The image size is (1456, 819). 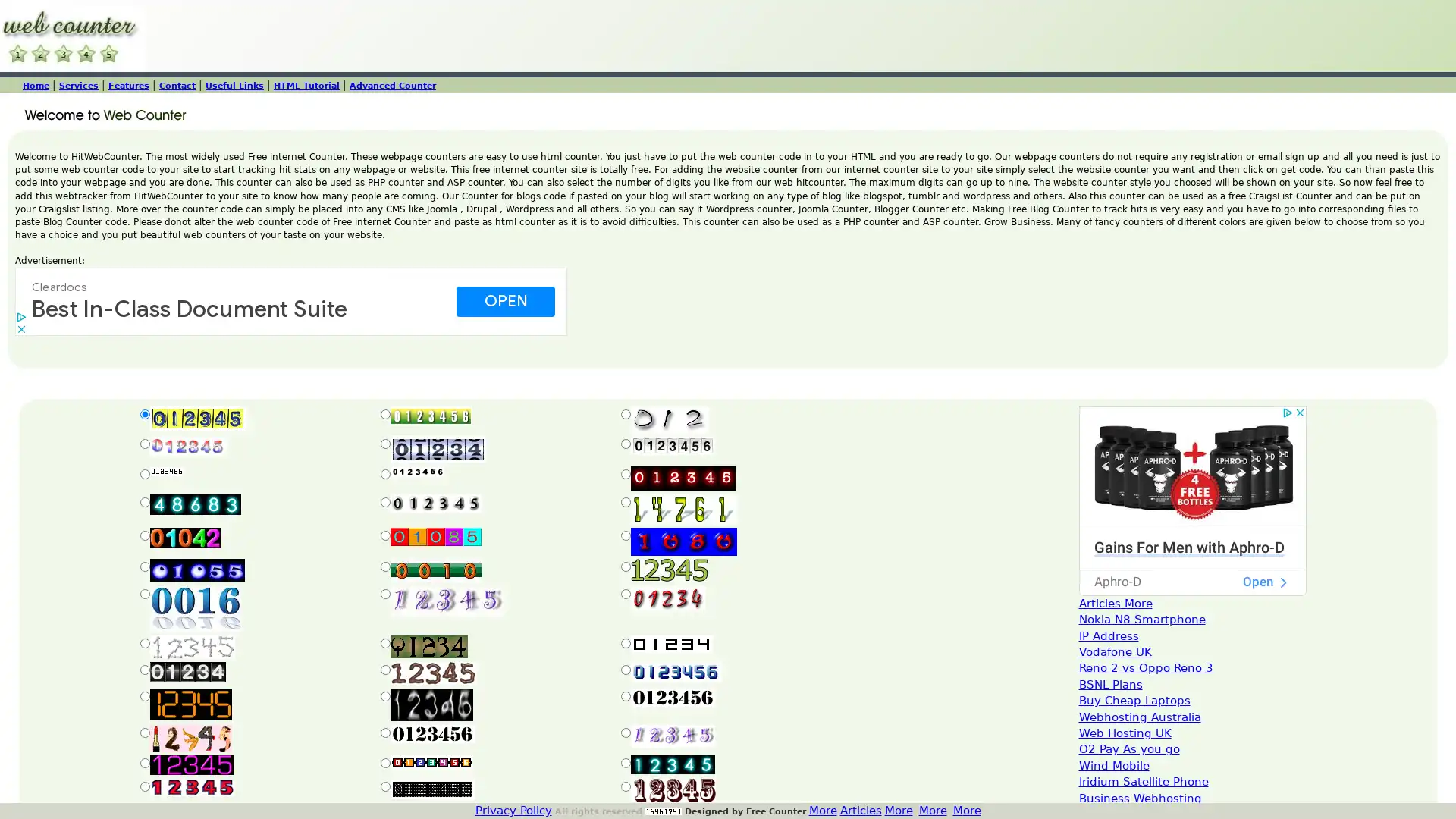 What do you see at coordinates (672, 698) in the screenshot?
I see `Submit` at bounding box center [672, 698].